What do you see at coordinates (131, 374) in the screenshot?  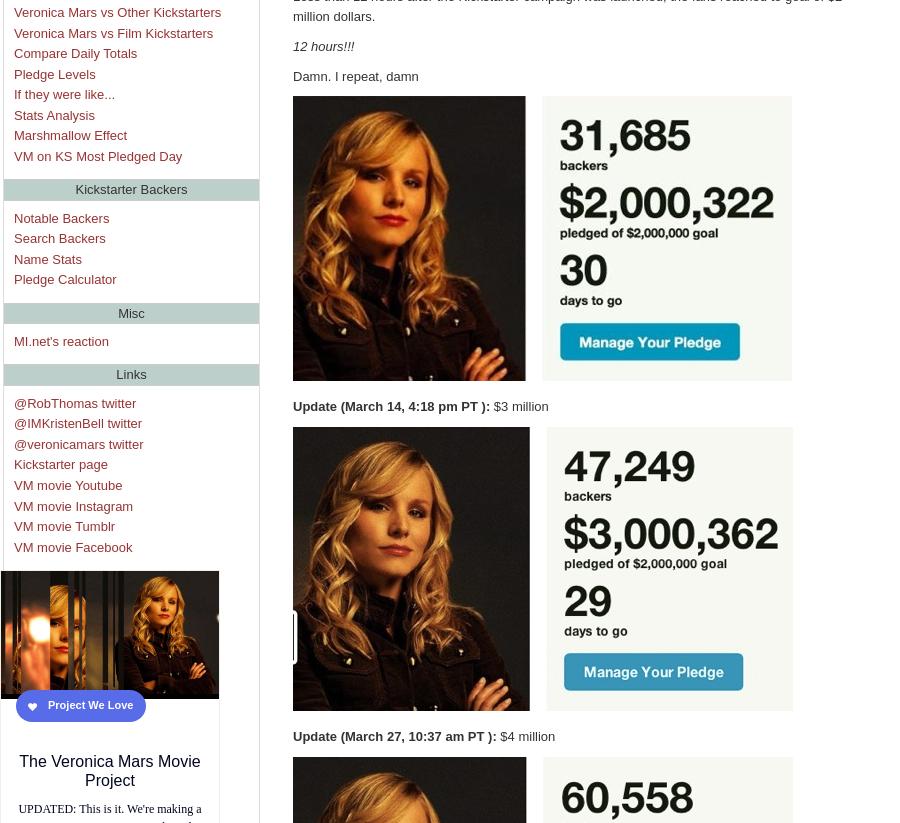 I see `'Links'` at bounding box center [131, 374].